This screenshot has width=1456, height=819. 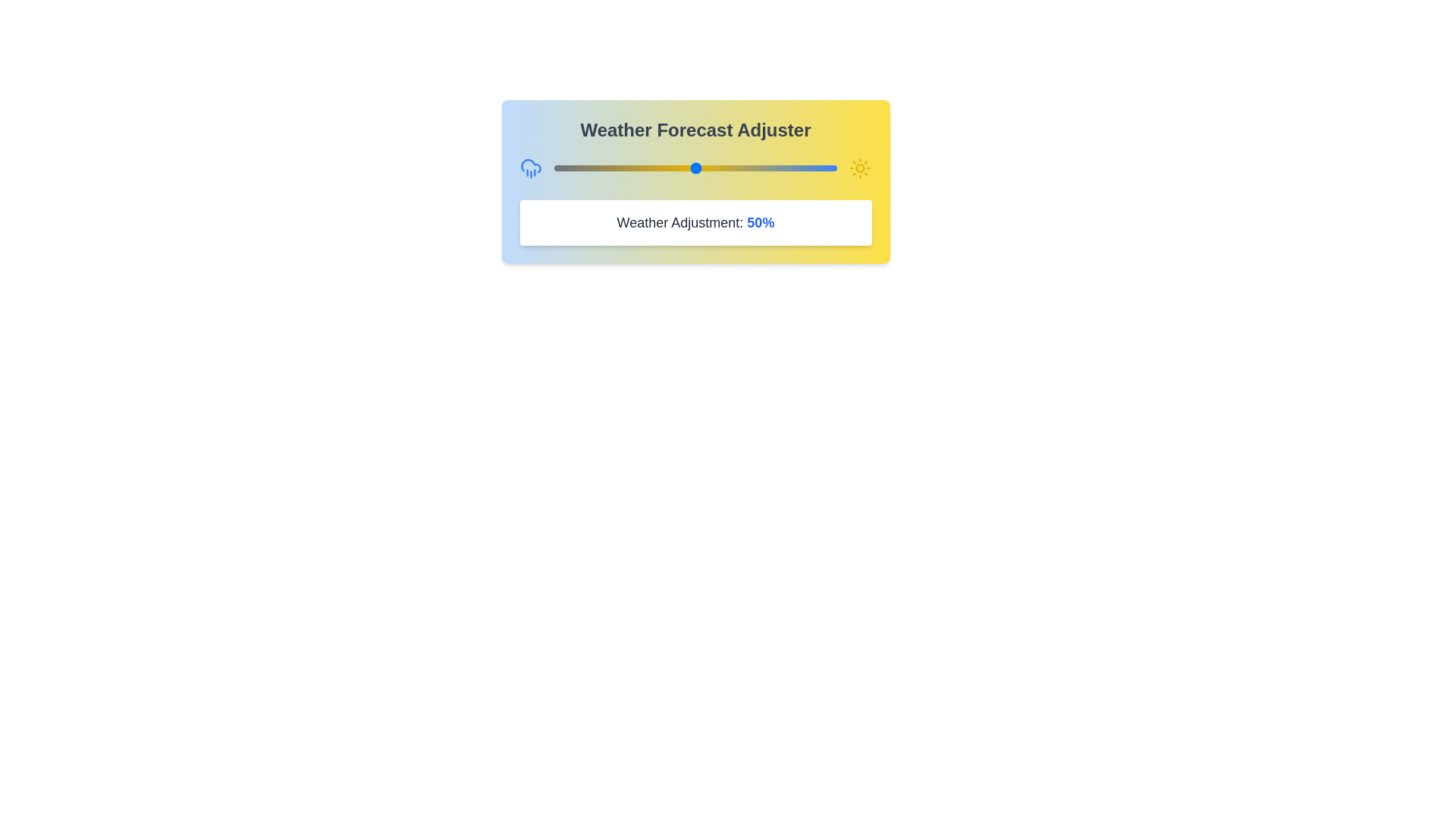 I want to click on the weather slider to 86%, so click(x=797, y=168).